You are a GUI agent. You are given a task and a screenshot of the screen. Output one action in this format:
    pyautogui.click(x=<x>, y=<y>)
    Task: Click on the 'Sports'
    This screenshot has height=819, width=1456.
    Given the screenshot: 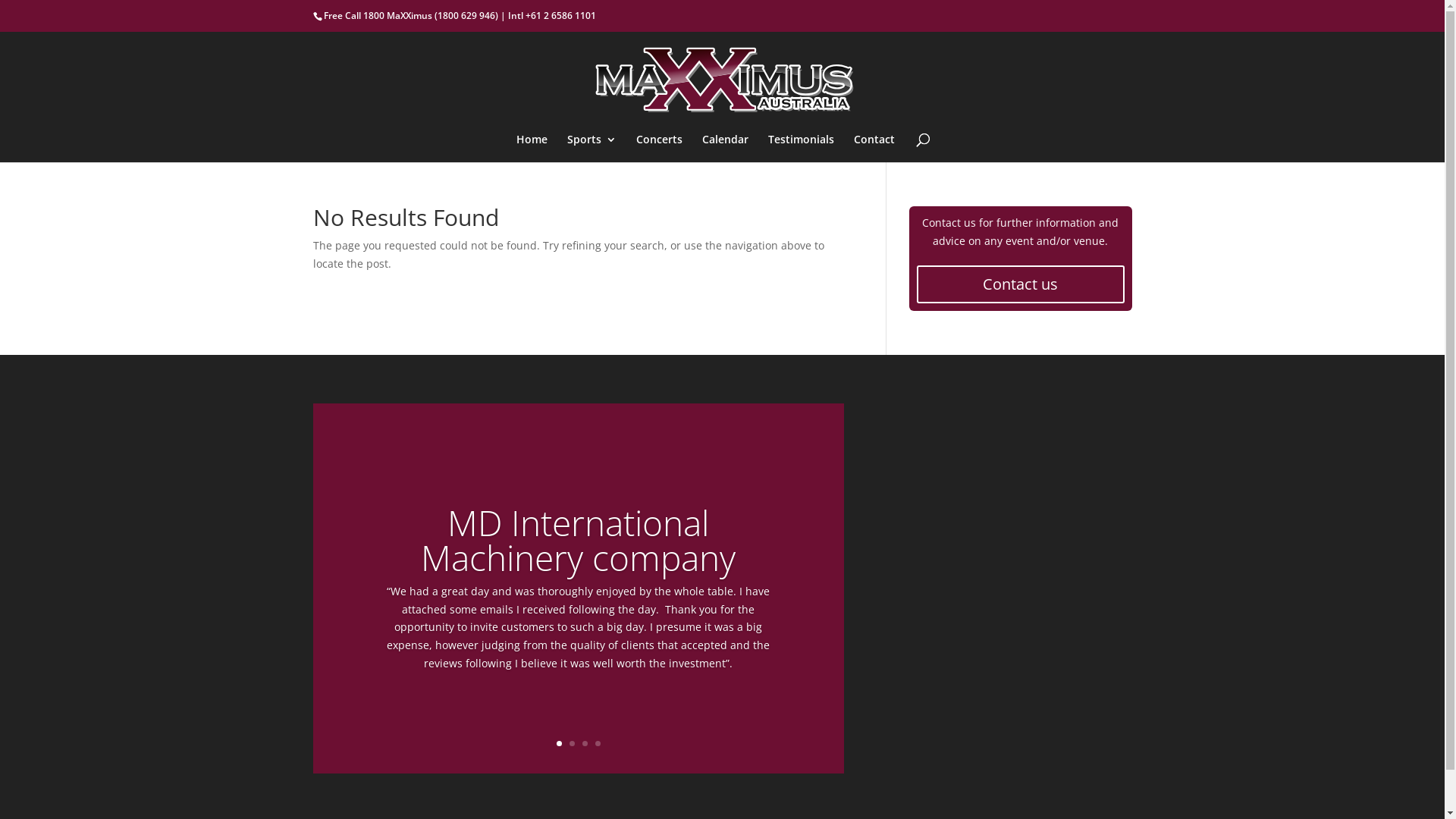 What is the action you would take?
    pyautogui.click(x=566, y=148)
    